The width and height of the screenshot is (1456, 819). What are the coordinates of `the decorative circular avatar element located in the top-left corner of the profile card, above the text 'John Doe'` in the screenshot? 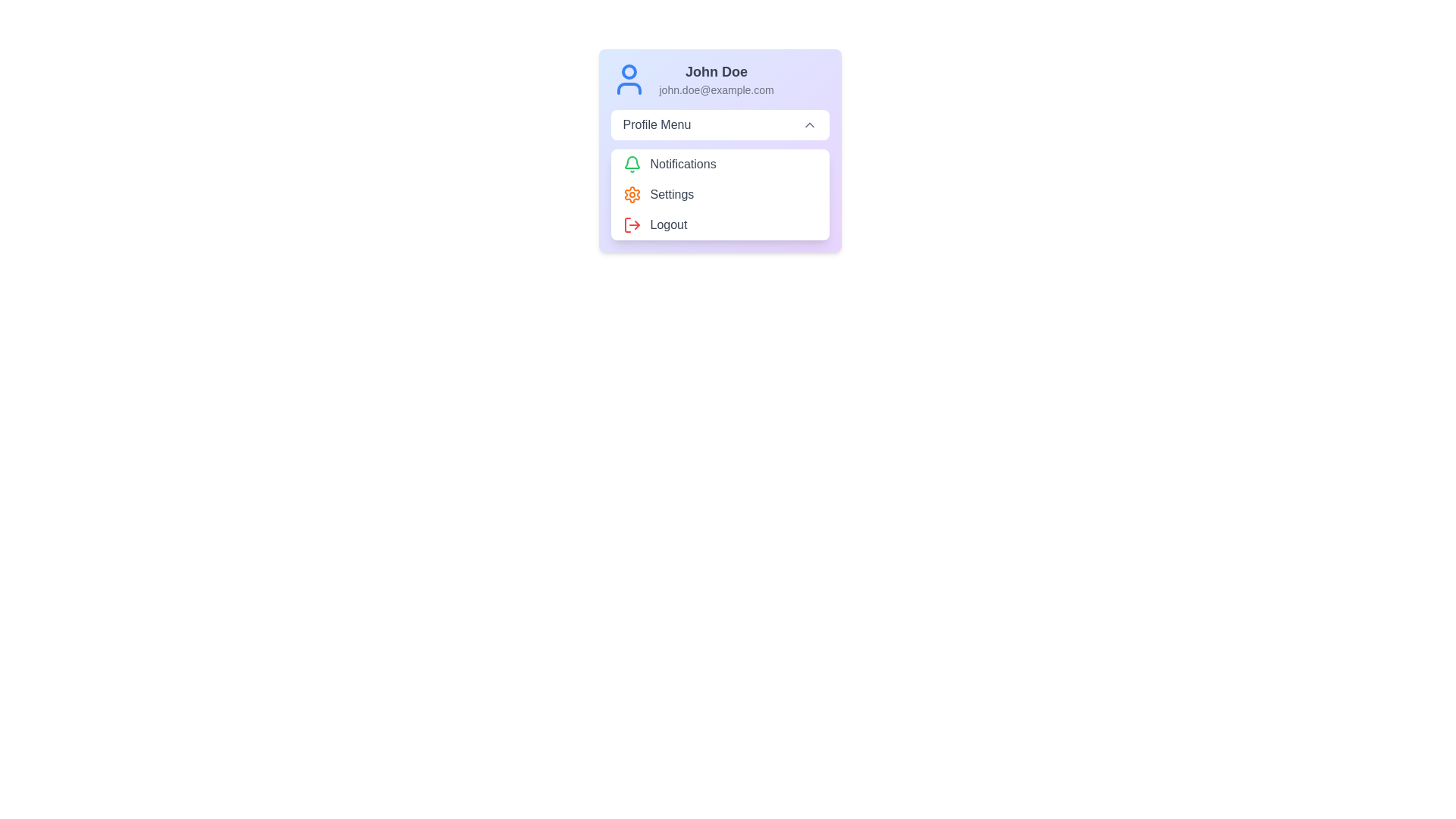 It's located at (629, 72).